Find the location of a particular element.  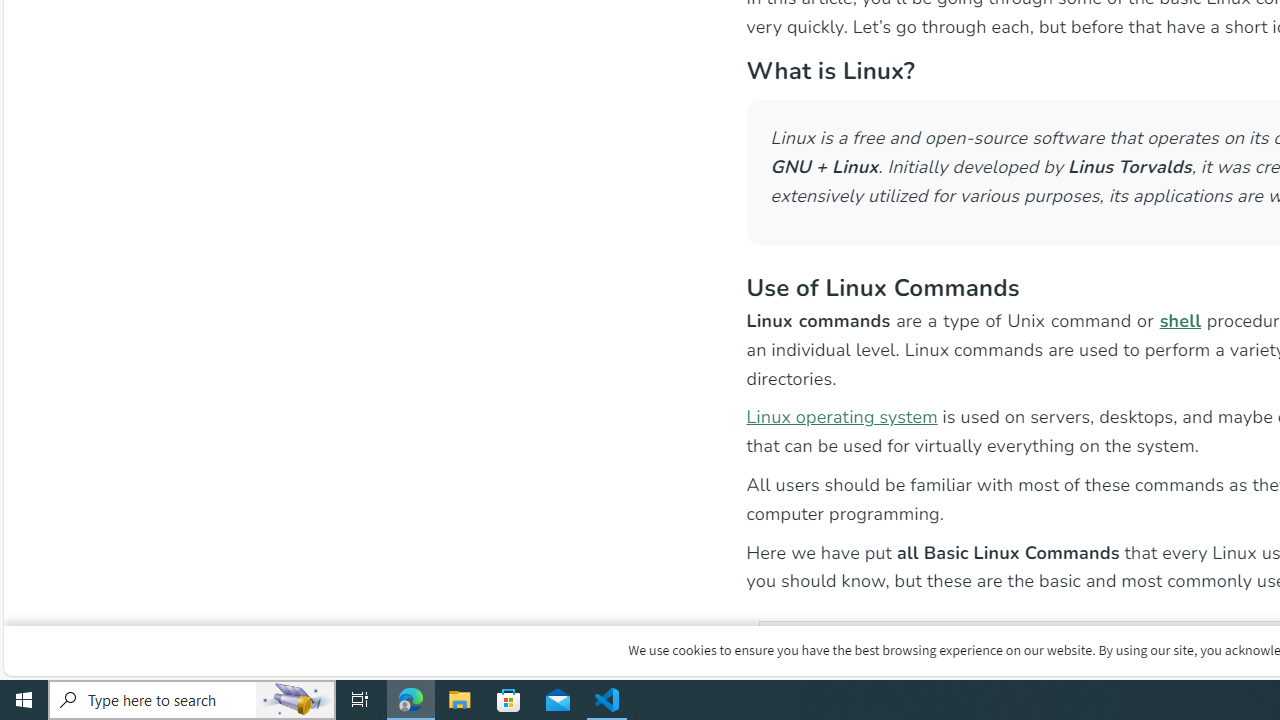

'Linux operating system' is located at coordinates (842, 416).